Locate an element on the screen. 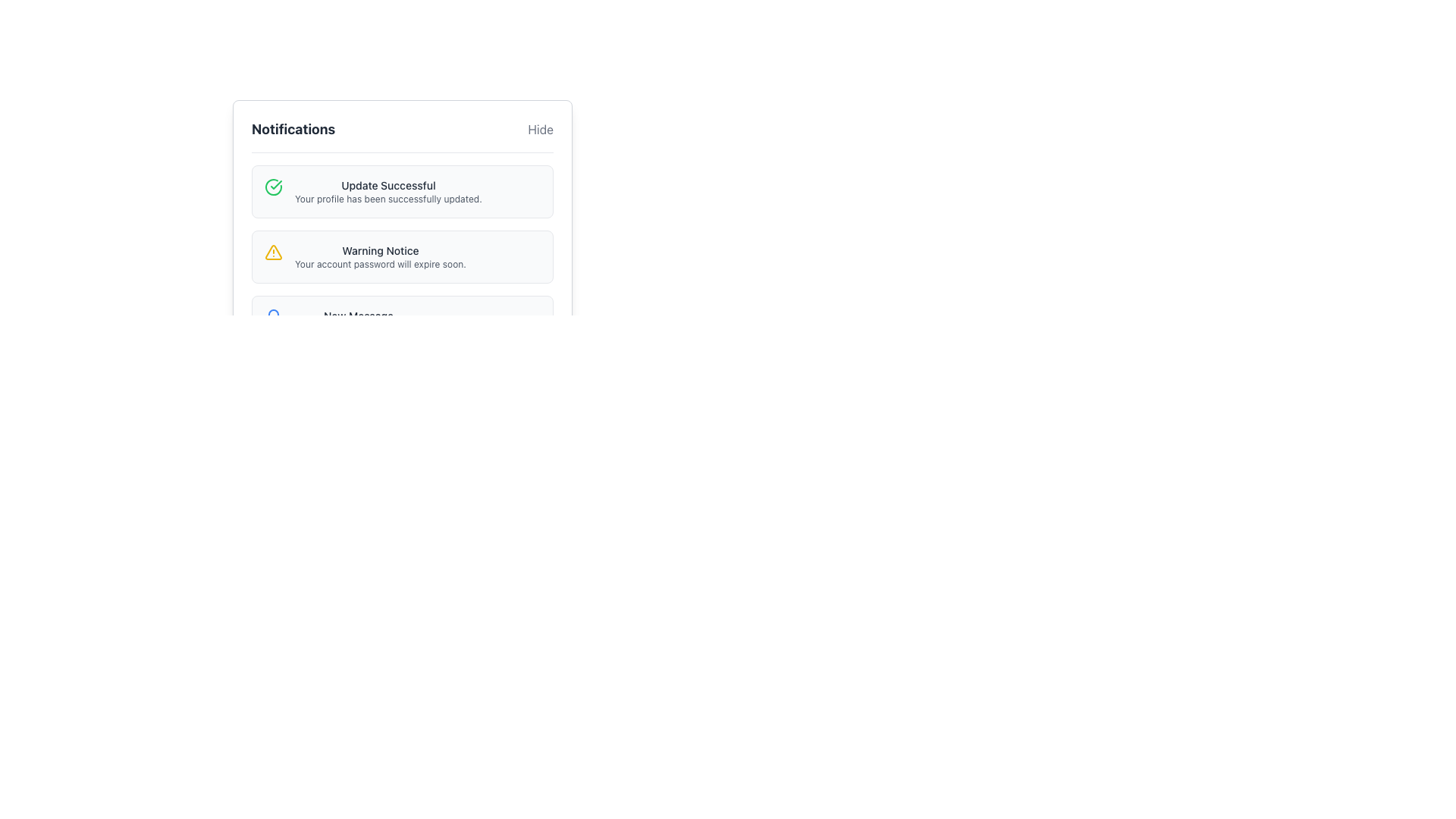 The width and height of the screenshot is (1456, 819). the circular green checkmark icon located in the upper-left corner of the notification box titled 'Update Successful' is located at coordinates (273, 186).